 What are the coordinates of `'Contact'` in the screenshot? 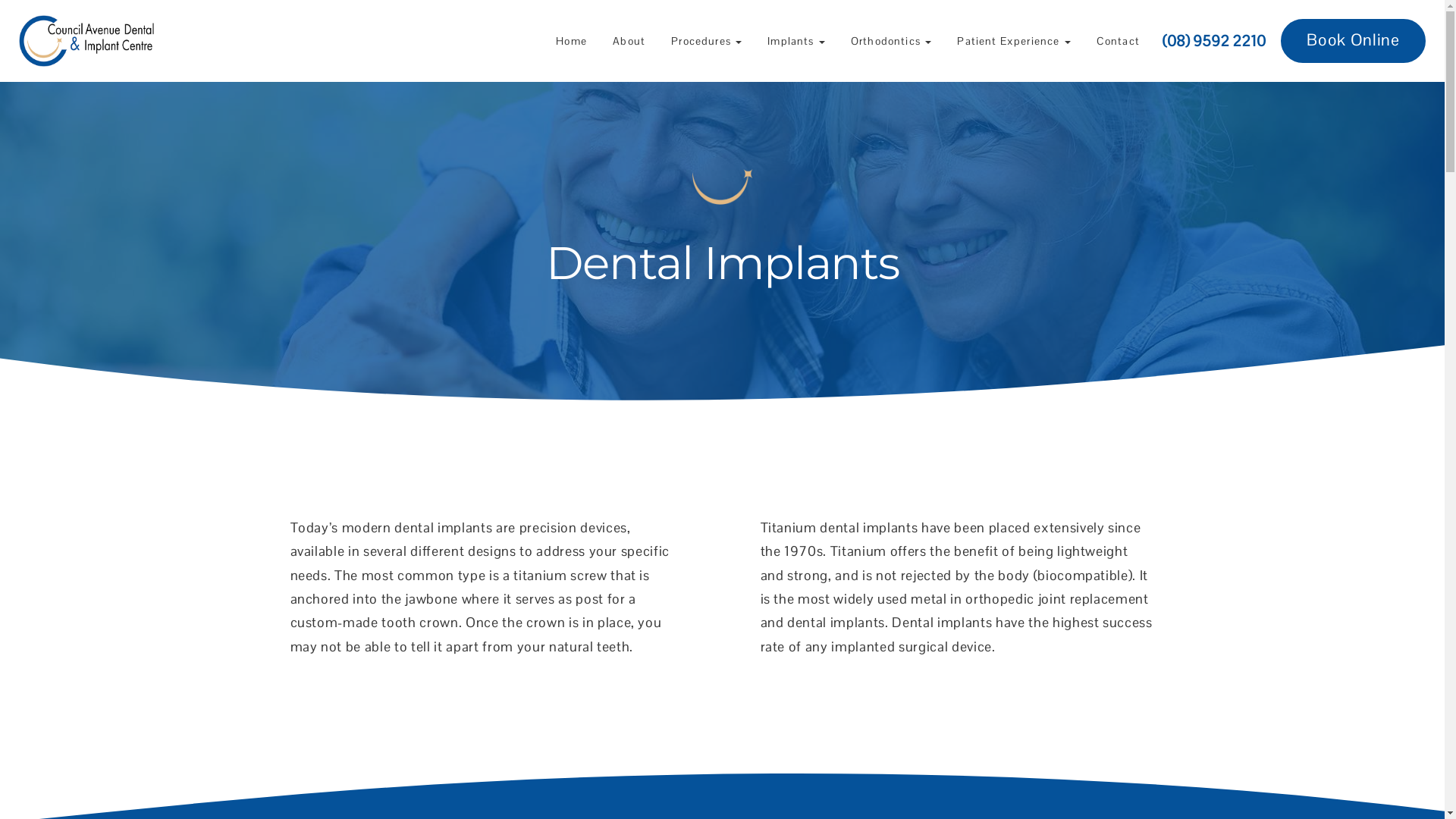 It's located at (1118, 40).